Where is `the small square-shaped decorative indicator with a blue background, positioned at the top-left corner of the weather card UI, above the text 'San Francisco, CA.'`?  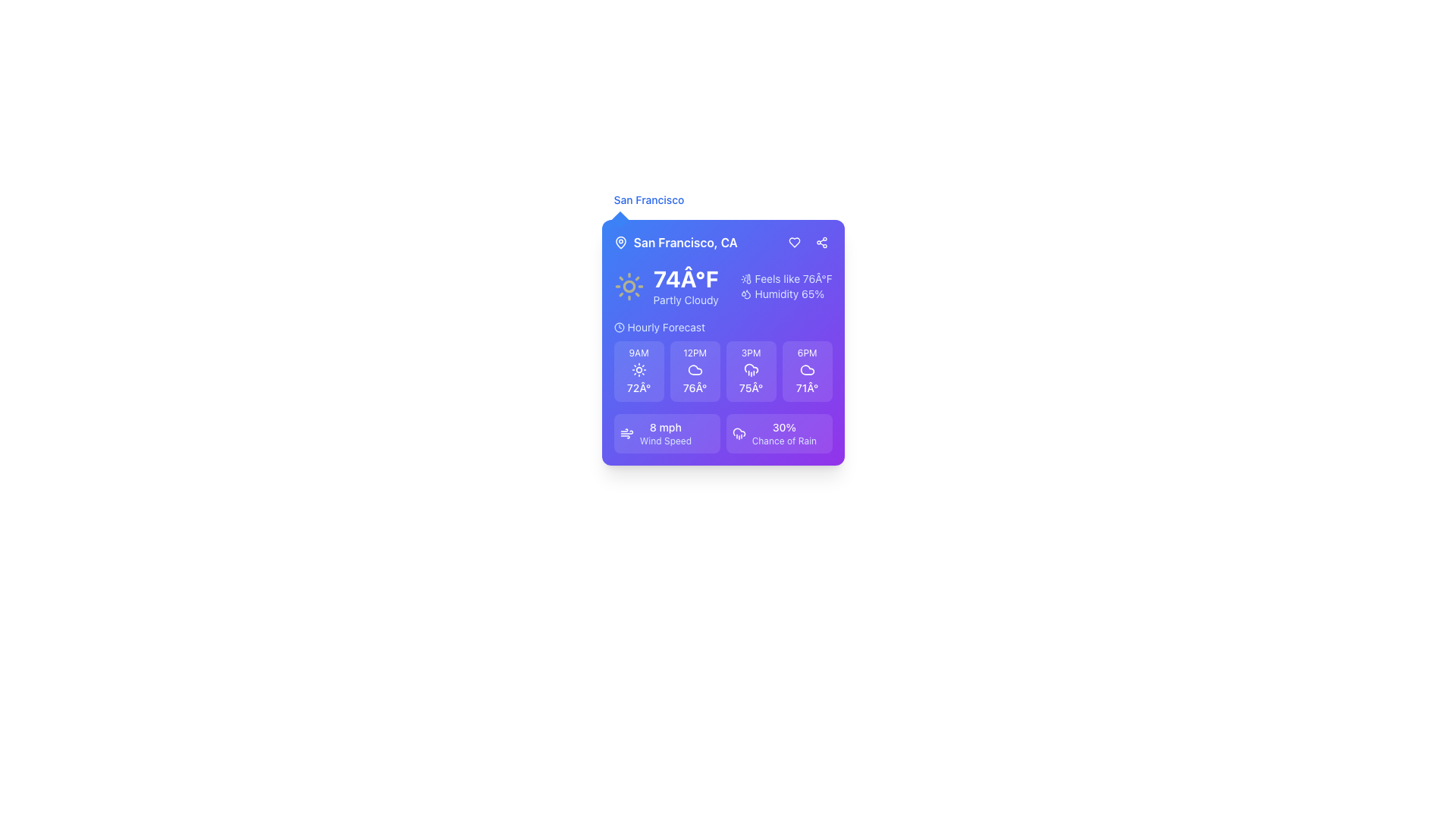
the small square-shaped decorative indicator with a blue background, positioned at the top-left corner of the weather card UI, above the text 'San Francisco, CA.' is located at coordinates (620, 219).